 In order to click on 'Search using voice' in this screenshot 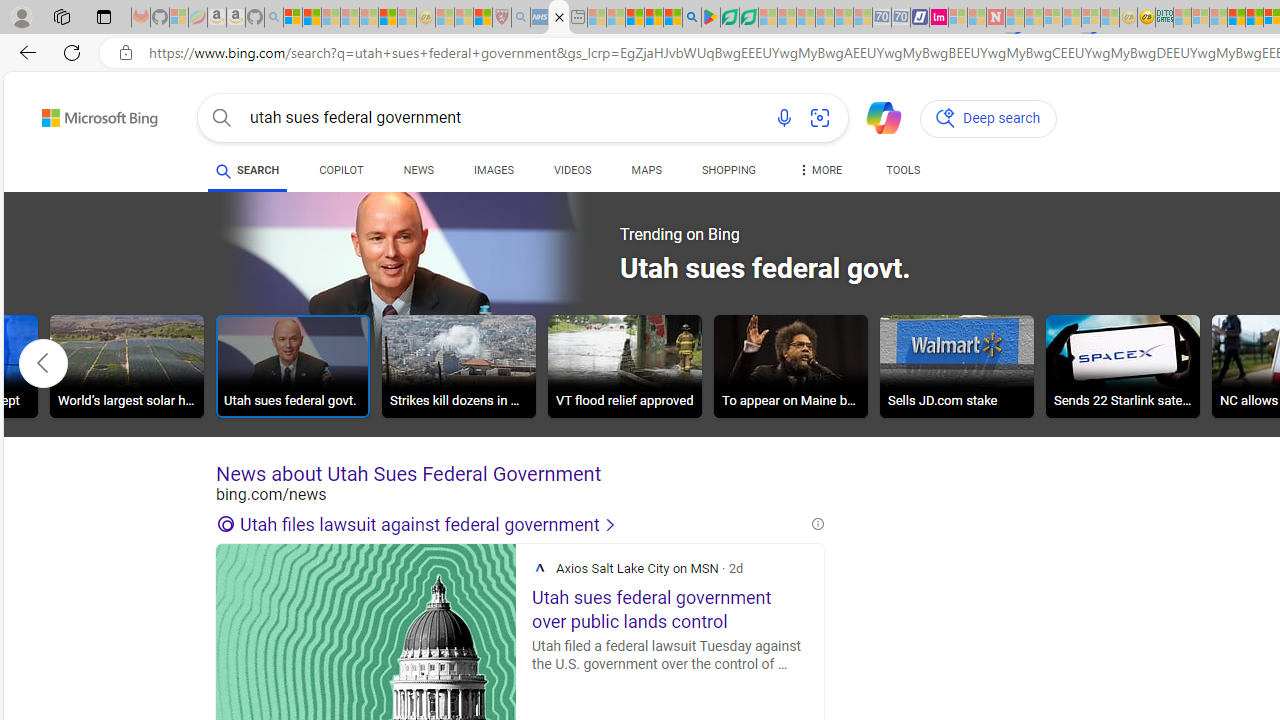, I will do `click(783, 118)`.